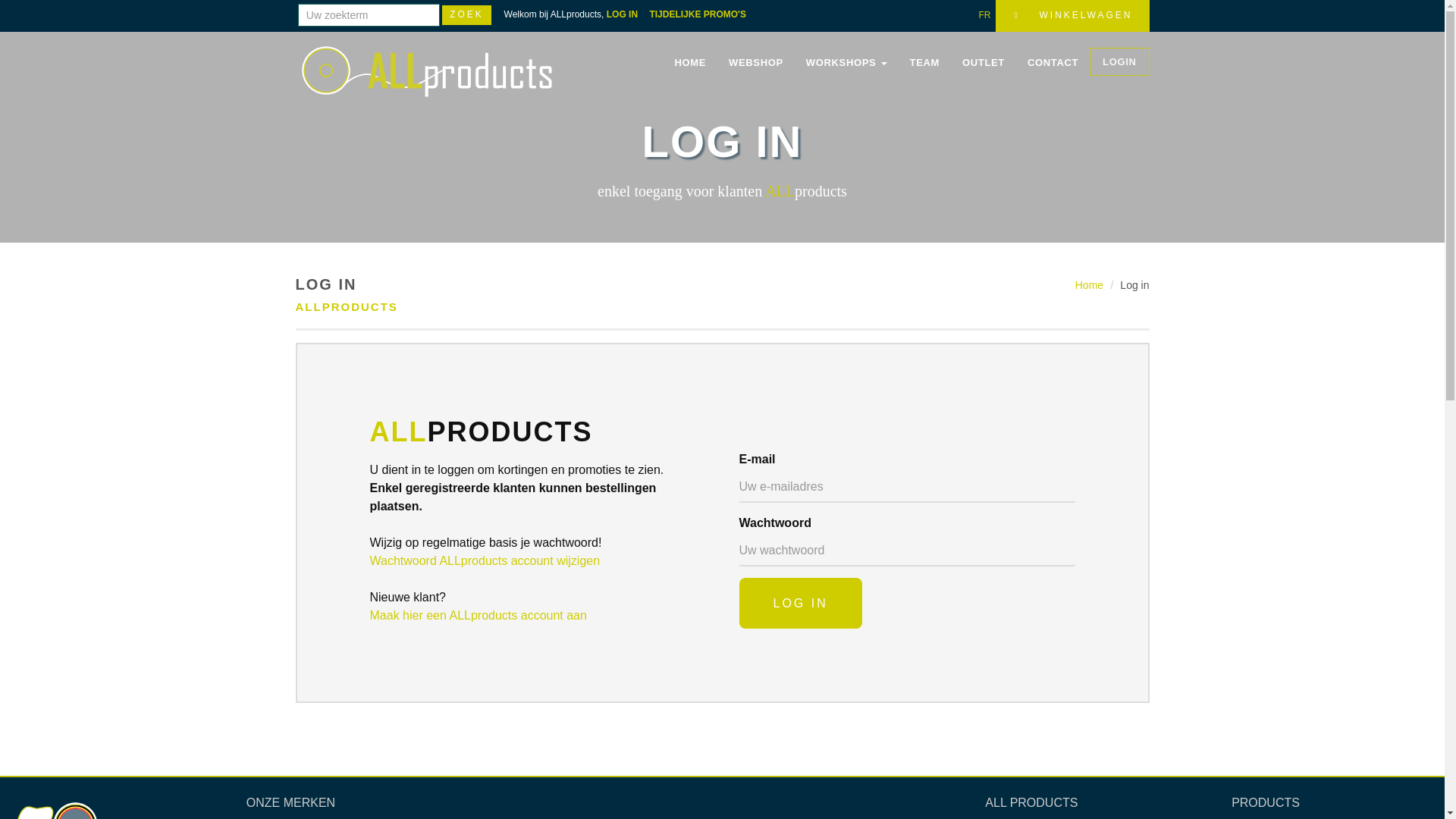 This screenshot has height=819, width=1456. I want to click on 'LOG IN', so click(739, 602).